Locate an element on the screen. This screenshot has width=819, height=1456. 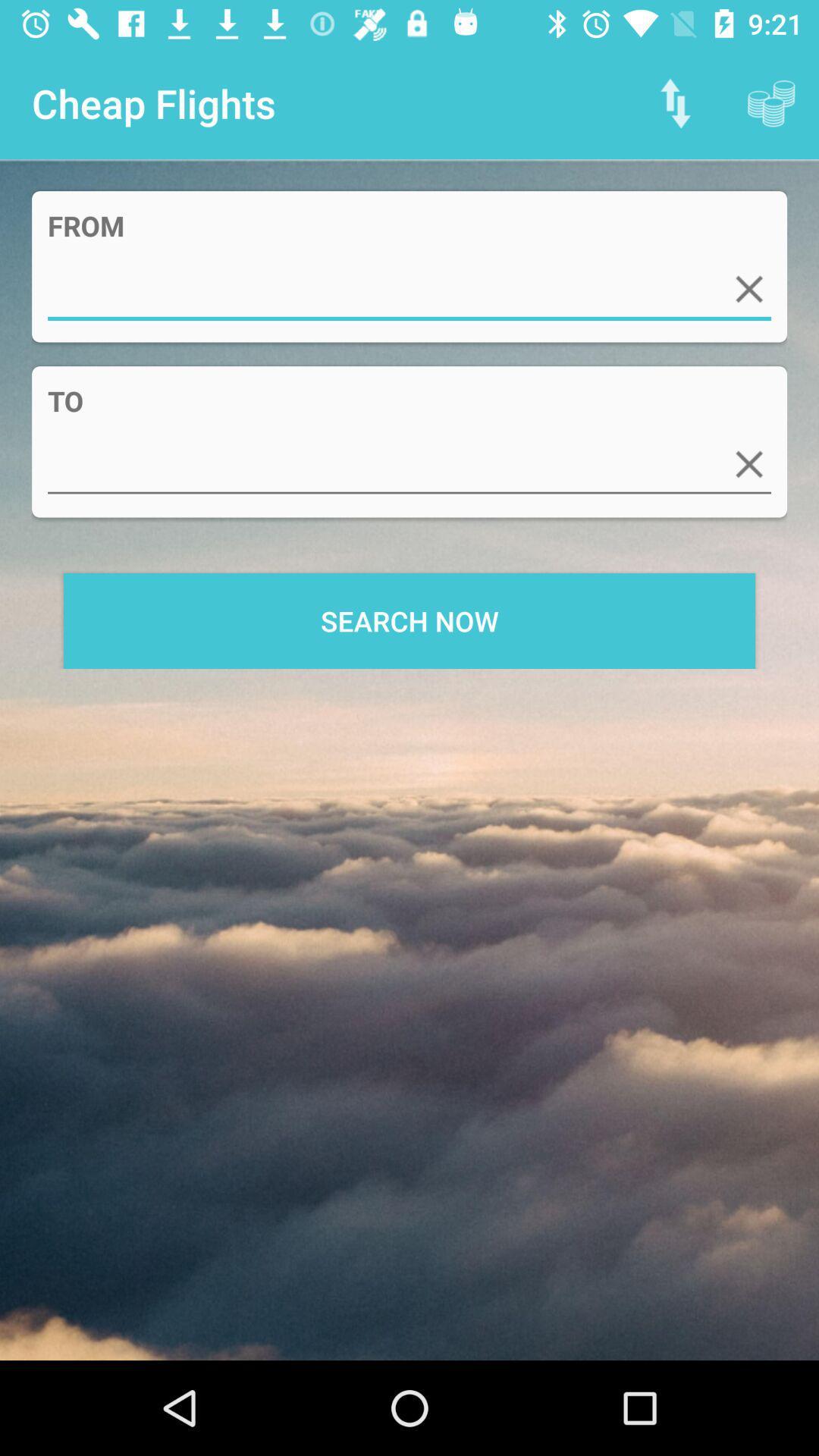
name button is located at coordinates (409, 463).